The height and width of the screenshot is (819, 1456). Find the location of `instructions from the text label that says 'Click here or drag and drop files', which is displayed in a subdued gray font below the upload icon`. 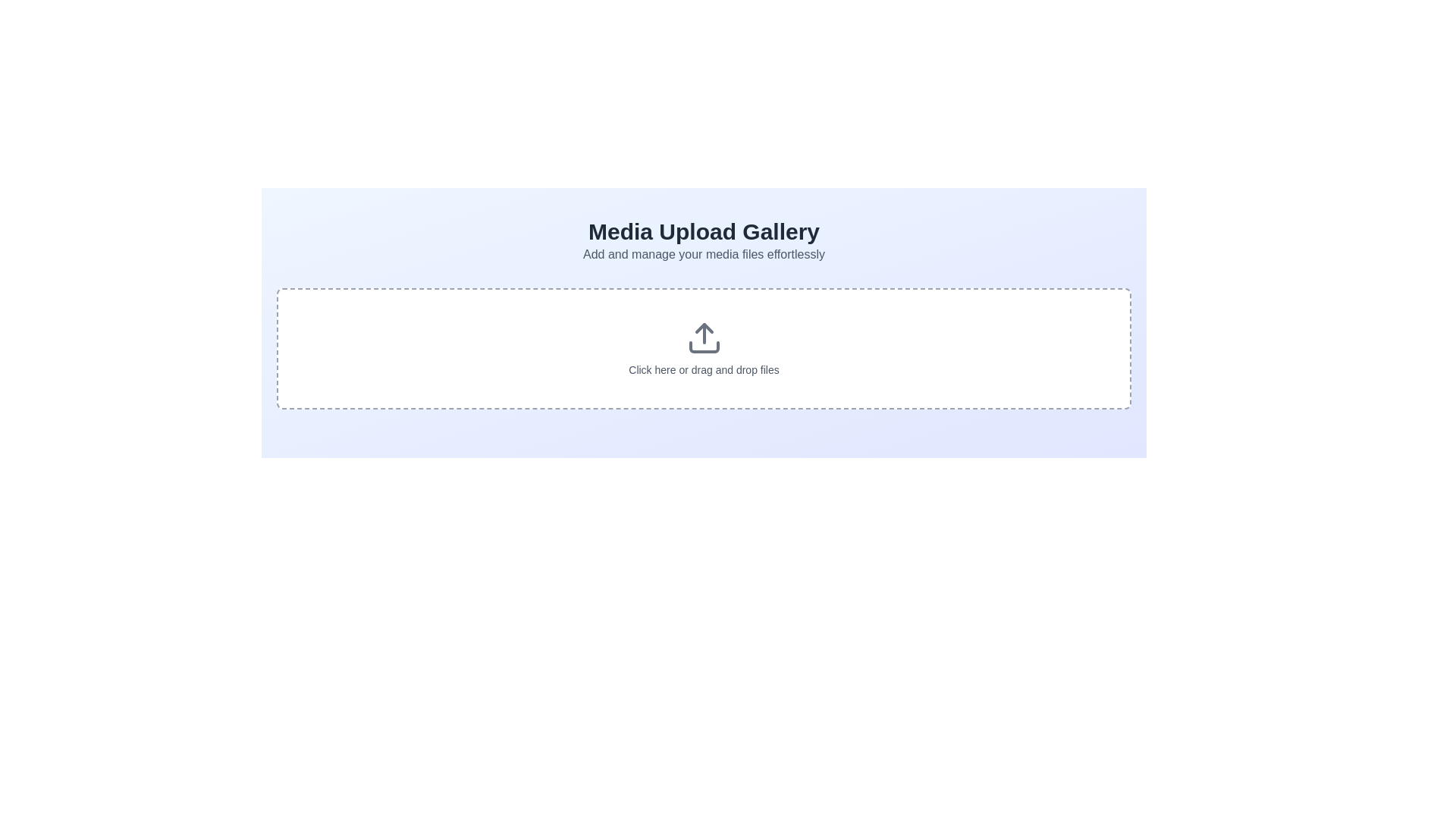

instructions from the text label that says 'Click here or drag and drop files', which is displayed in a subdued gray font below the upload icon is located at coordinates (703, 370).